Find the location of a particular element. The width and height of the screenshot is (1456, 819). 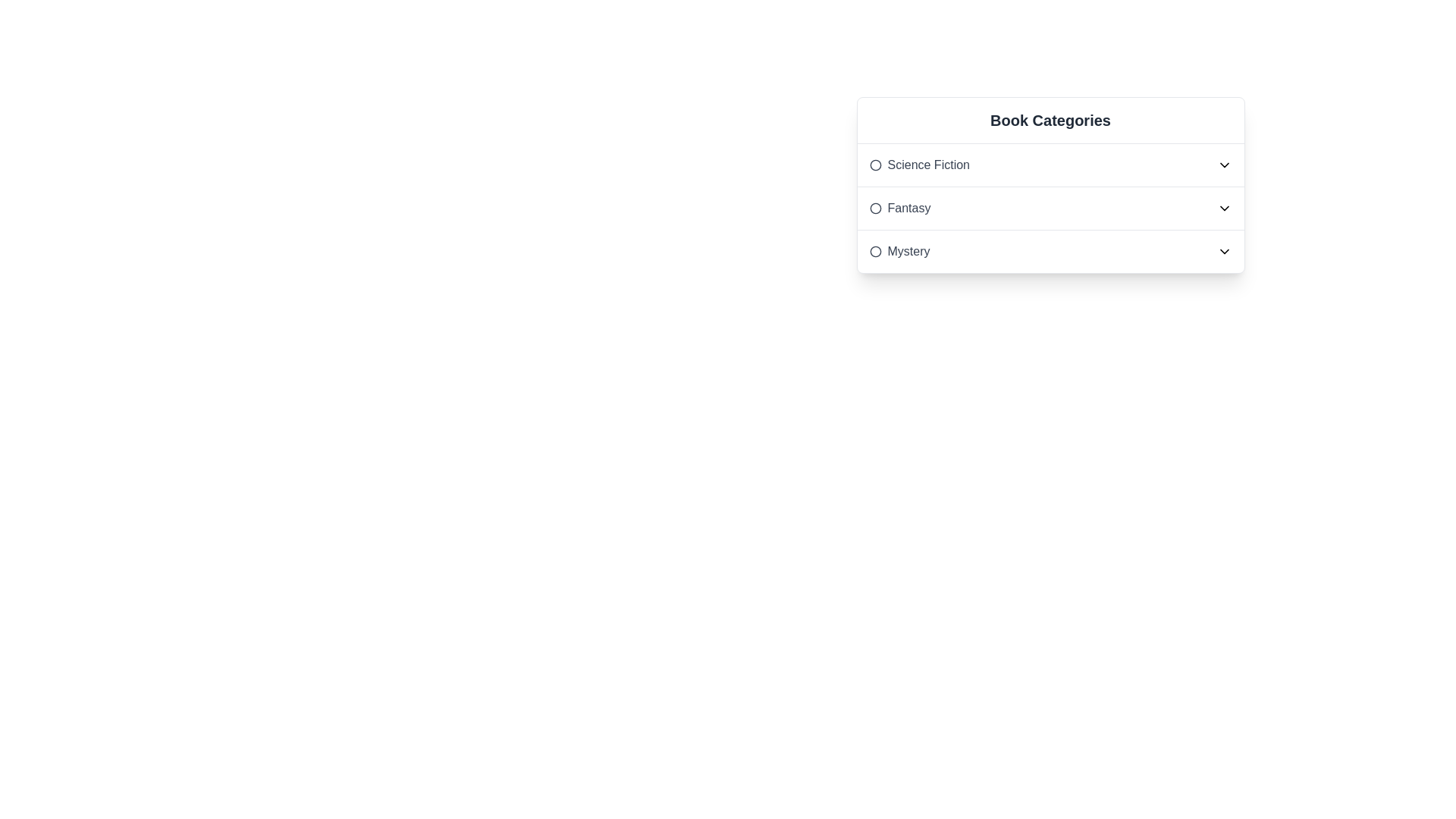

the expandable/collapsible icon for the 'Fantasy' category in the 'Book Categories' list is located at coordinates (1224, 208).